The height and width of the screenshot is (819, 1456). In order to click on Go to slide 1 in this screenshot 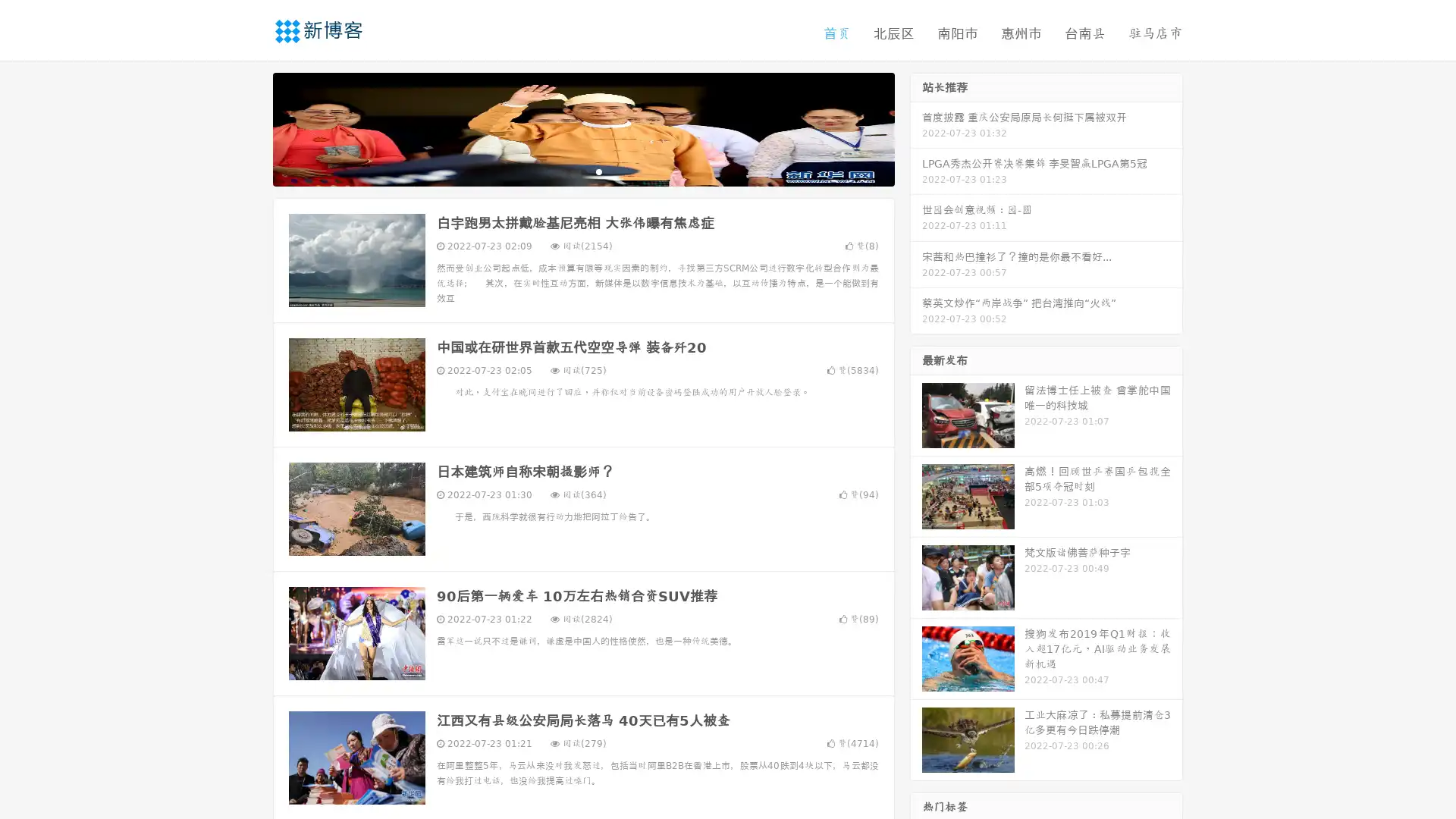, I will do `click(567, 171)`.